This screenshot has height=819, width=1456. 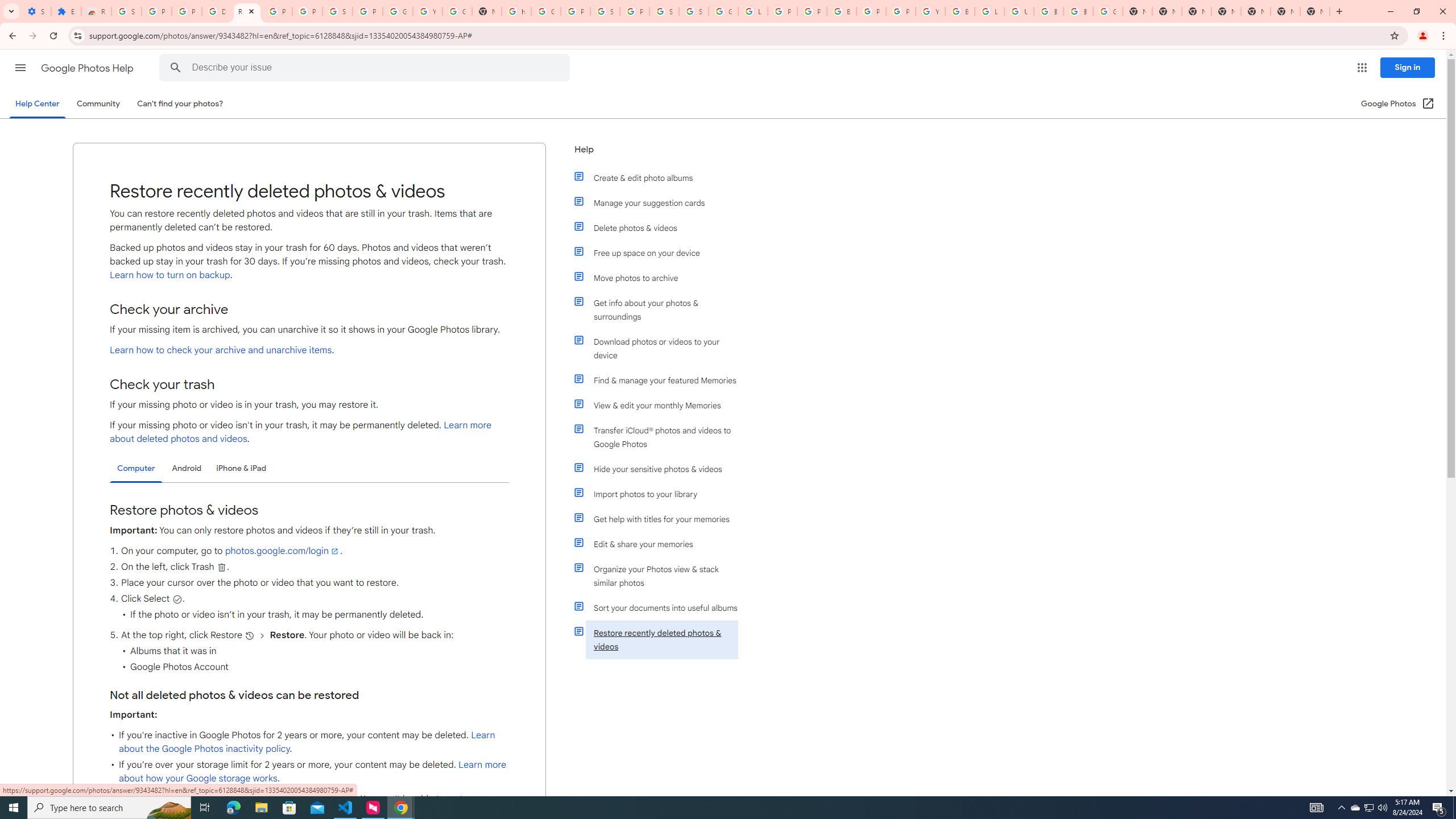 What do you see at coordinates (19, 67) in the screenshot?
I see `'Main menu'` at bounding box center [19, 67].